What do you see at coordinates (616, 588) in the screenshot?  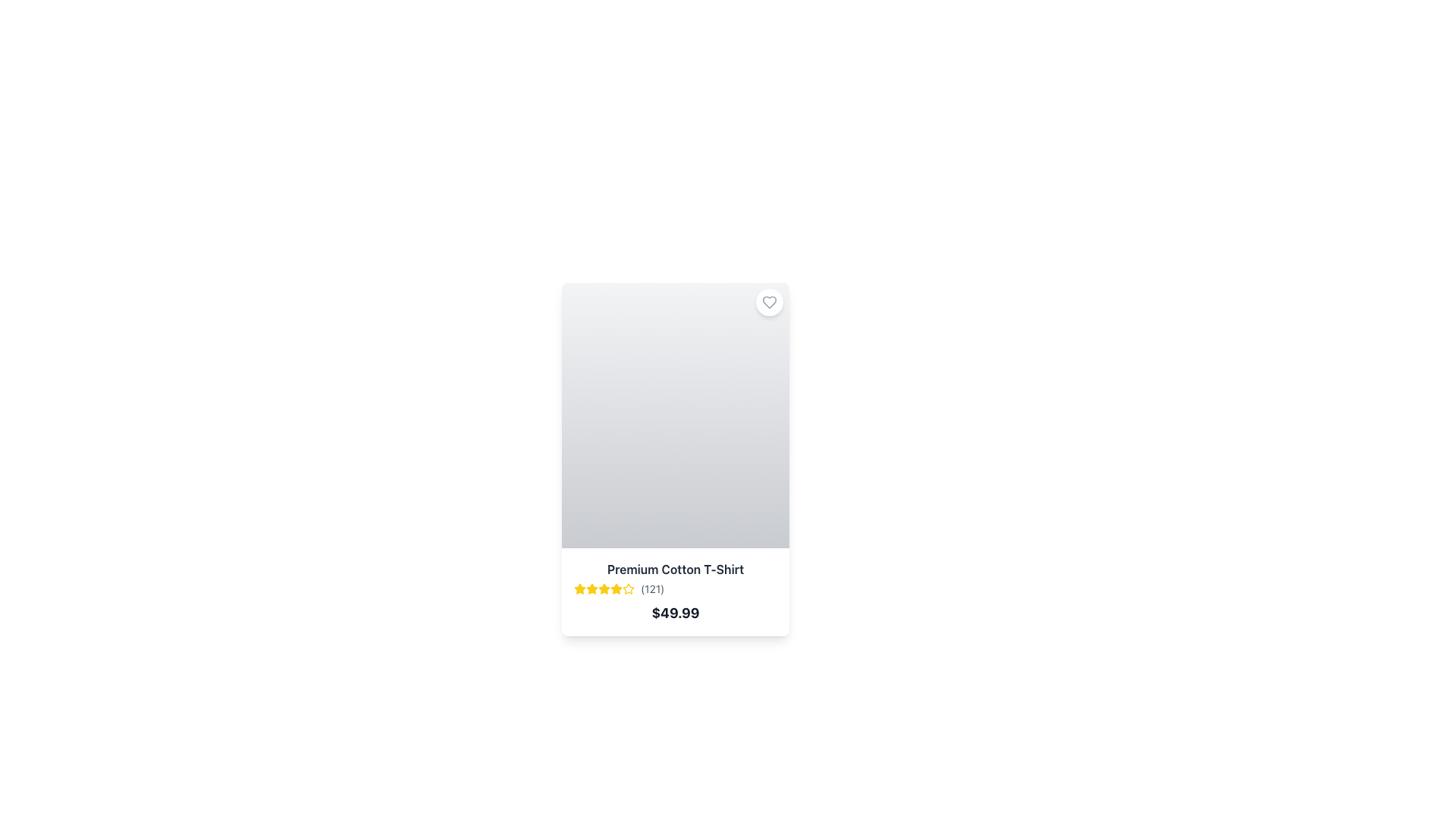 I see `the fourth rating star icon, which is part of the product's rating system located below the product image and above the product description` at bounding box center [616, 588].